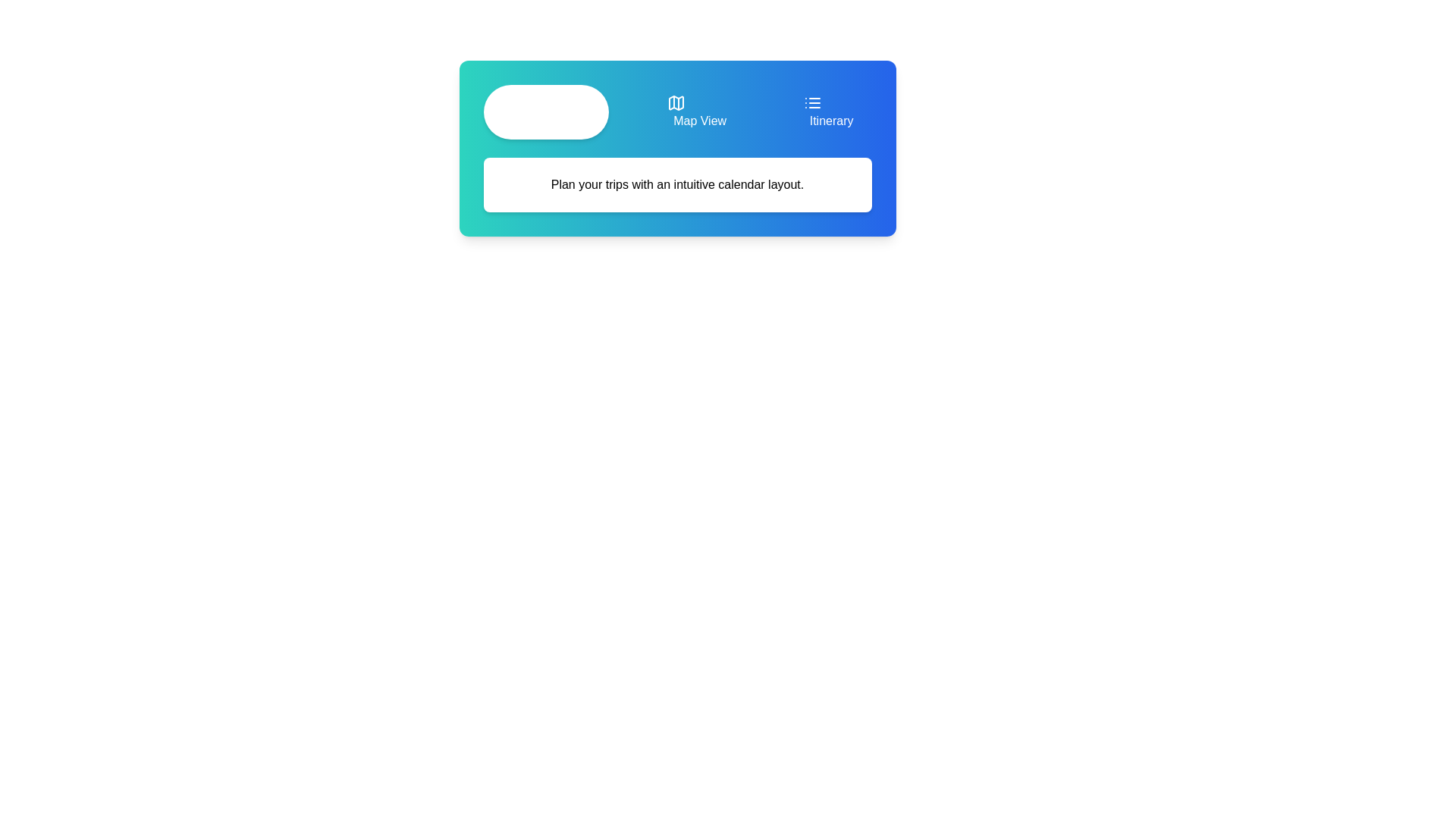 This screenshot has height=819, width=1456. Describe the element at coordinates (828, 111) in the screenshot. I see `the Itinerary tab by clicking on its button` at that location.